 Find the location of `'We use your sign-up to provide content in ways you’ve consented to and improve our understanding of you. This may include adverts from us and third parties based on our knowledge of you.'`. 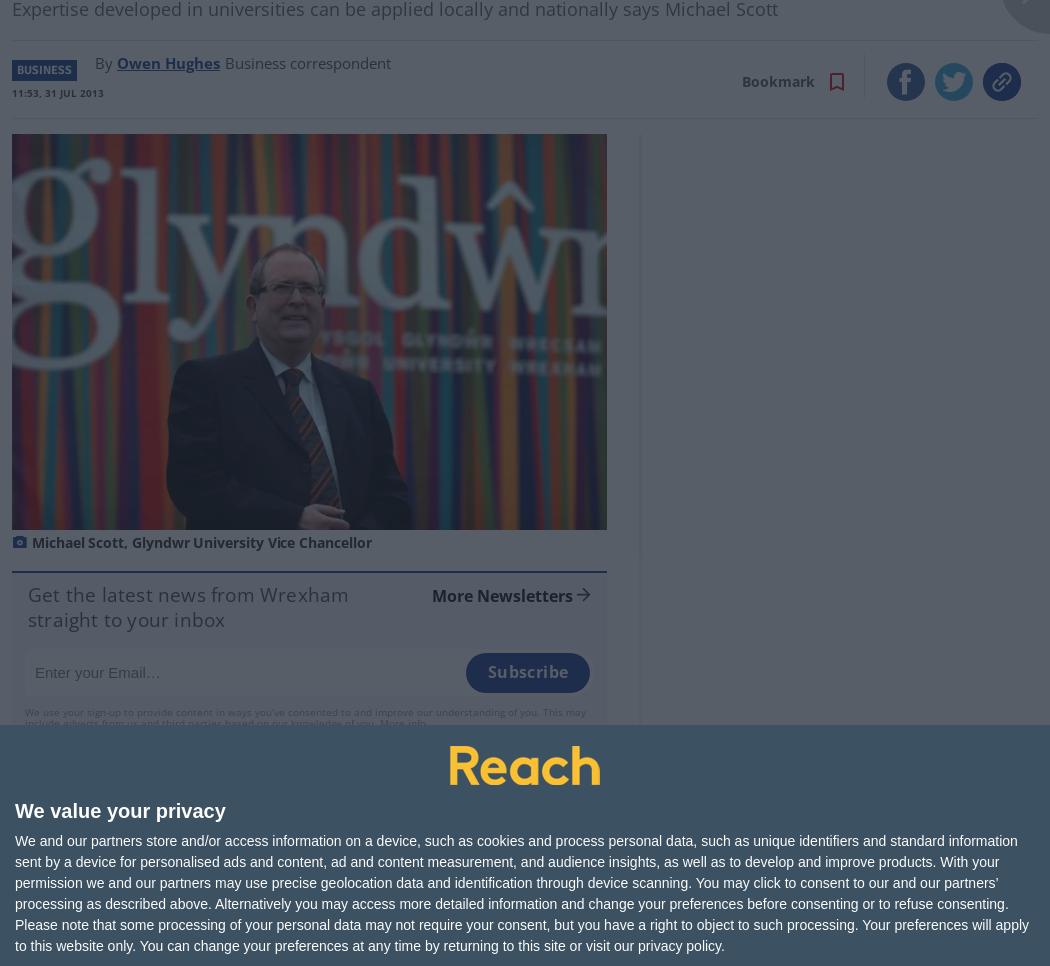

'We use your sign-up to provide content in ways you’ve consented to and improve our understanding of you. This may include adverts from us and third parties based on our knowledge of you.' is located at coordinates (24, 715).